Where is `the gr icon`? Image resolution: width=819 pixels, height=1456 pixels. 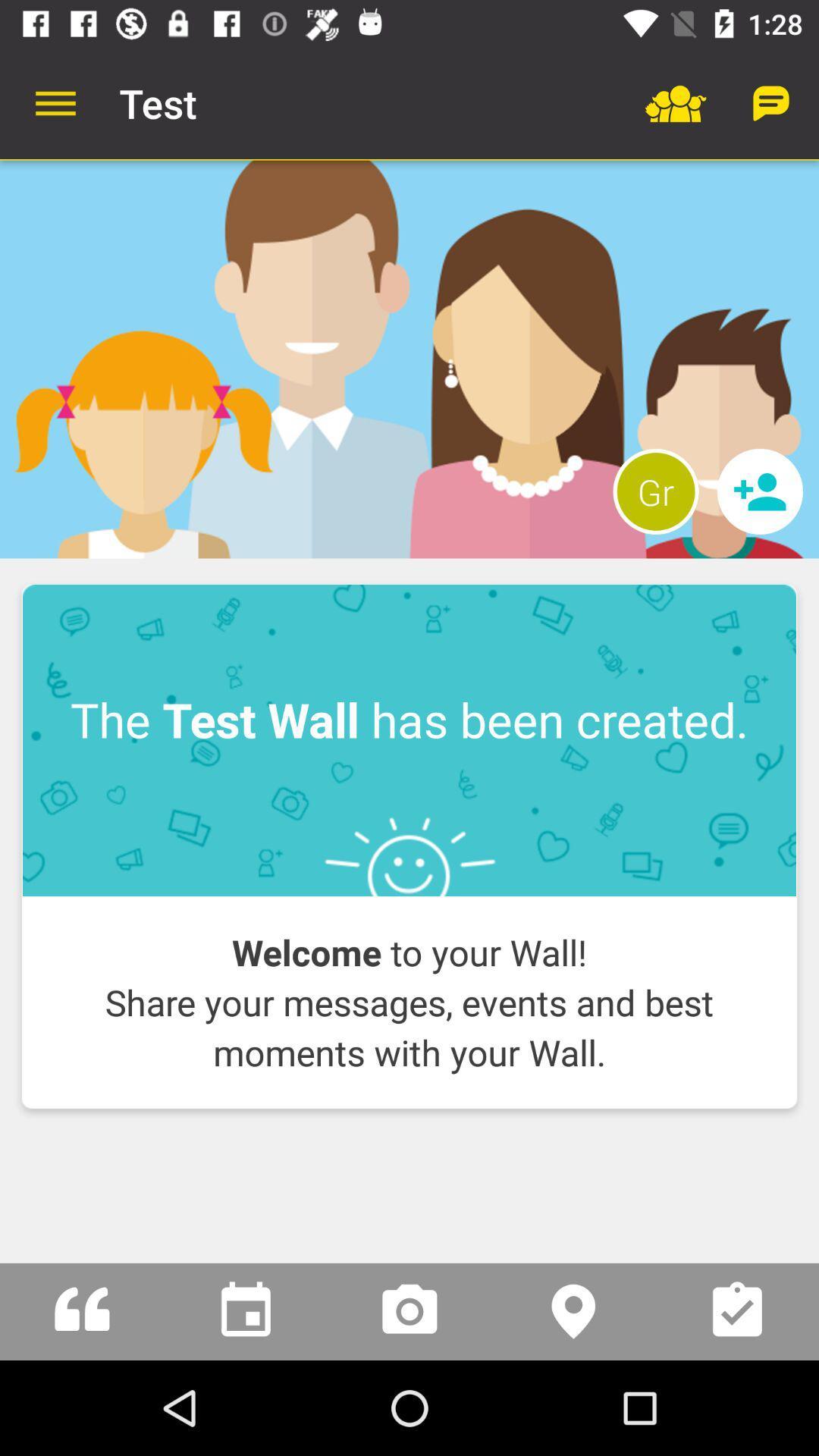 the gr icon is located at coordinates (655, 491).